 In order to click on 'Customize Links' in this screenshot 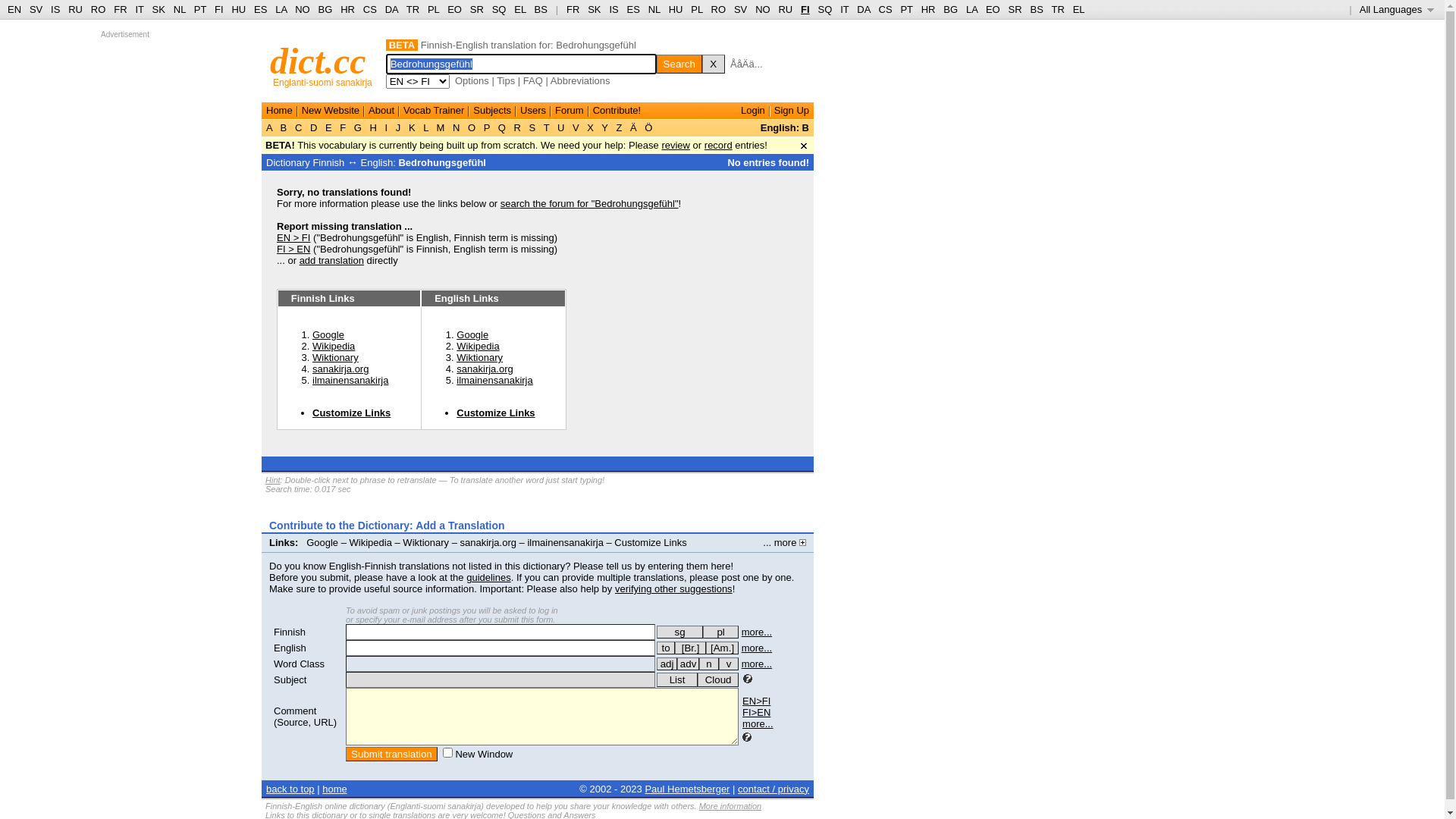, I will do `click(455, 413)`.